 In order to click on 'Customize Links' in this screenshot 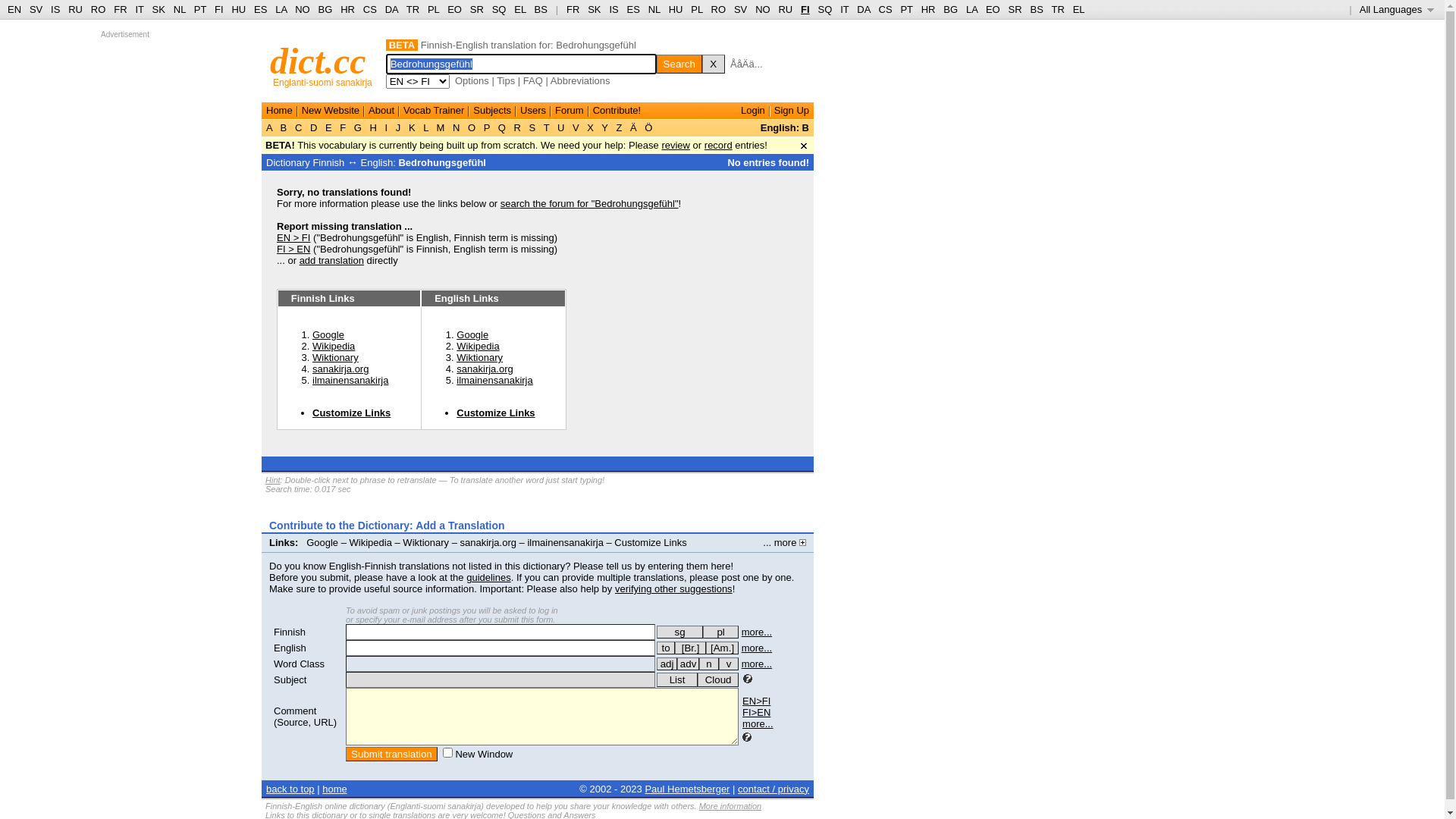, I will do `click(455, 413)`.